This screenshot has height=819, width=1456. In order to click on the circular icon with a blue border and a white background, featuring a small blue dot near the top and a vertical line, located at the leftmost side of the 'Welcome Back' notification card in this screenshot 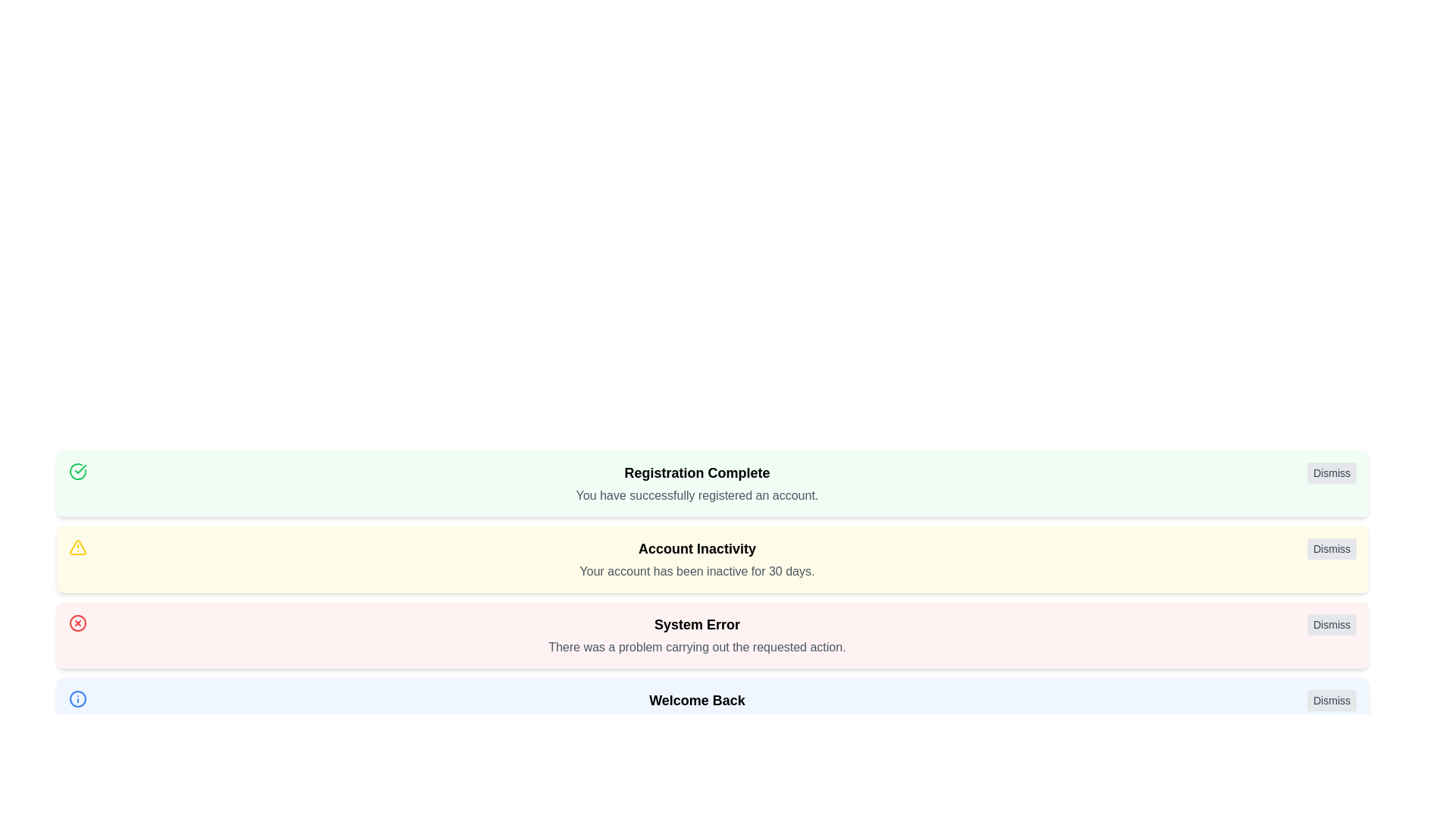, I will do `click(77, 698)`.